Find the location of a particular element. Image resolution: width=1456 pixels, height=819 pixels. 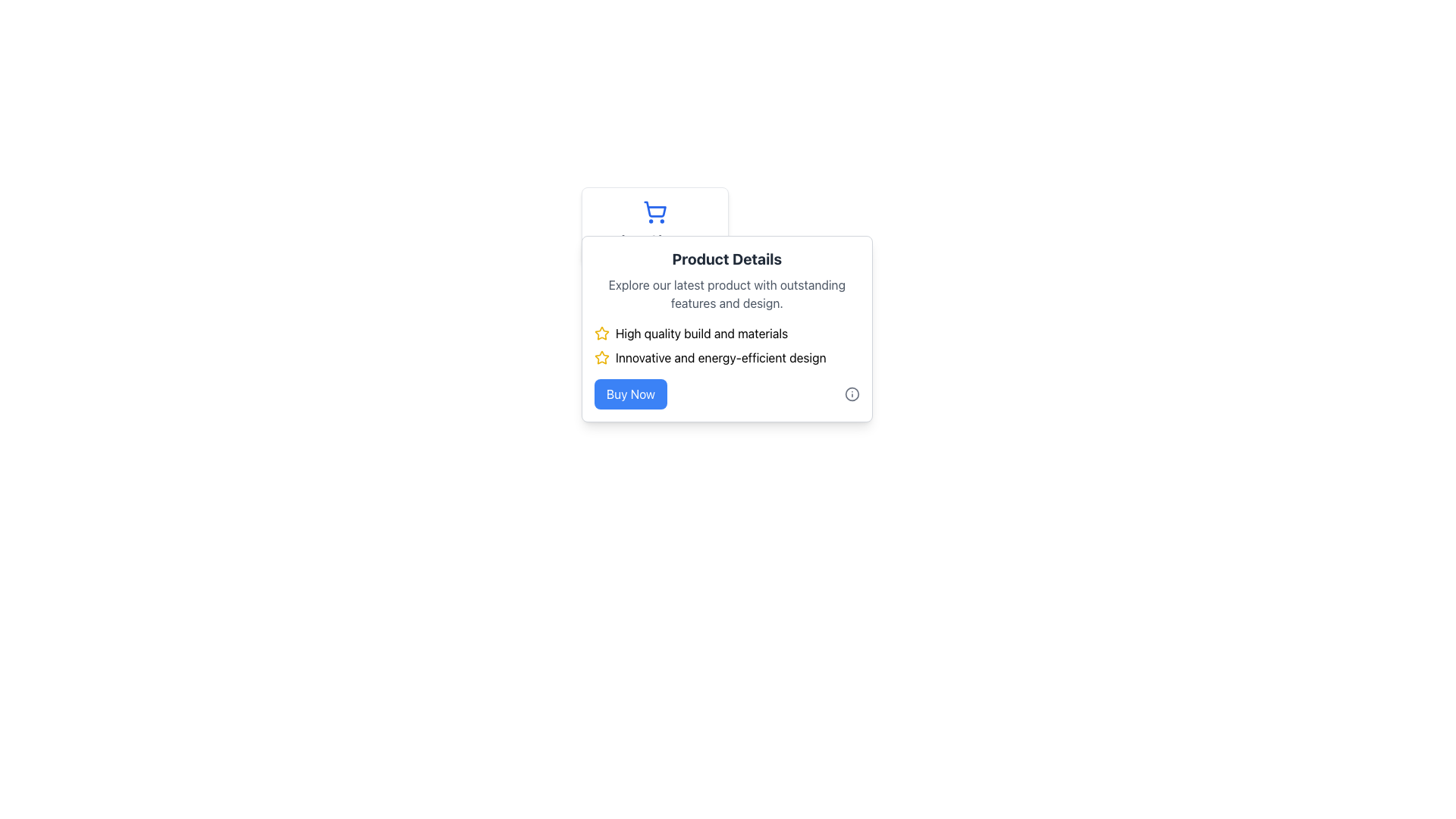

the rectangular 'Buy Now' button with rounded corners, styled in blue, to observe the hover effect is located at coordinates (630, 394).